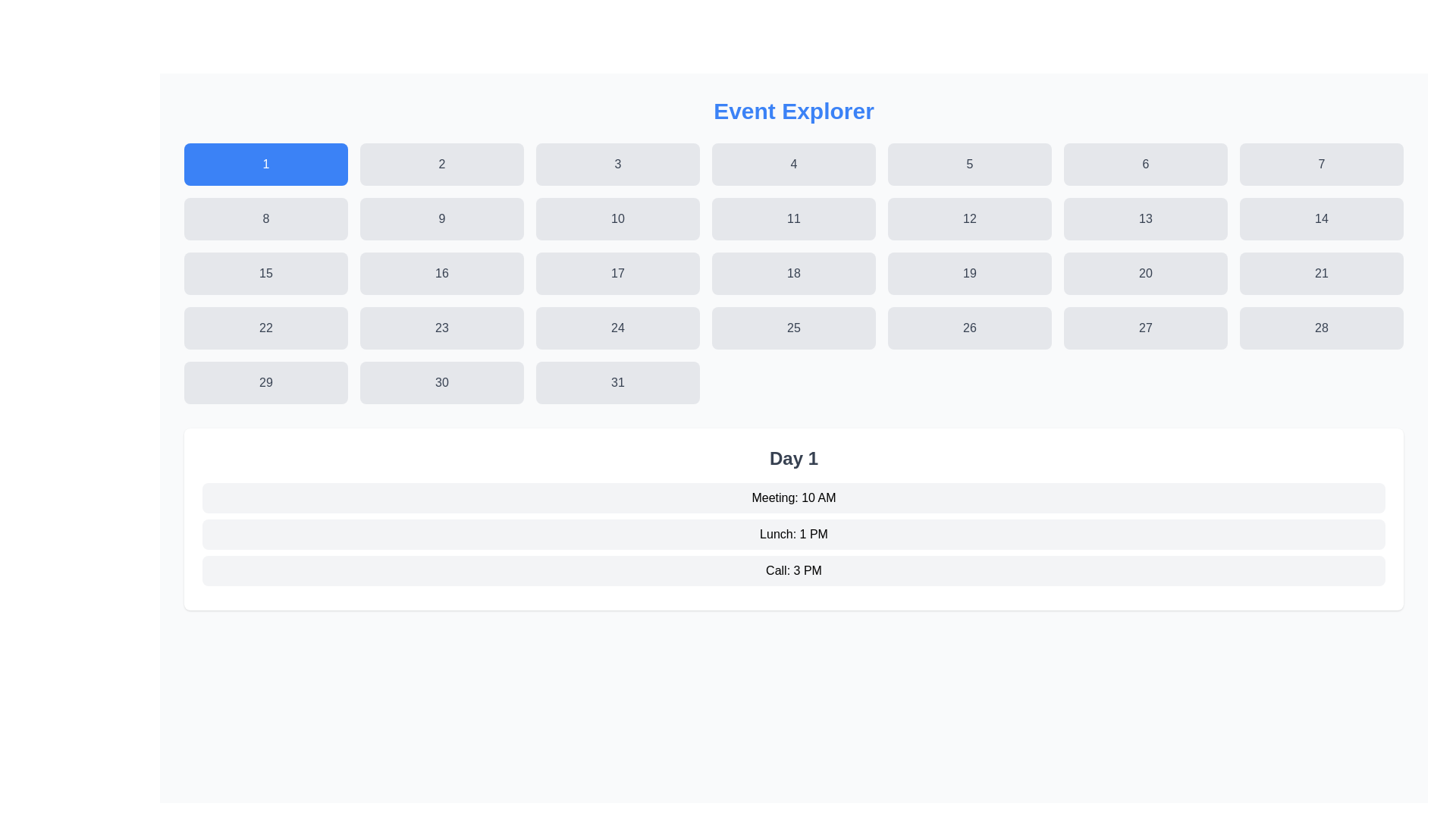 Image resolution: width=1456 pixels, height=819 pixels. Describe the element at coordinates (1320, 219) in the screenshot. I see `the rectangular button with rounded corners, gray background, and the text '14' in dark gray font, located in the second row of the grid layout` at that location.